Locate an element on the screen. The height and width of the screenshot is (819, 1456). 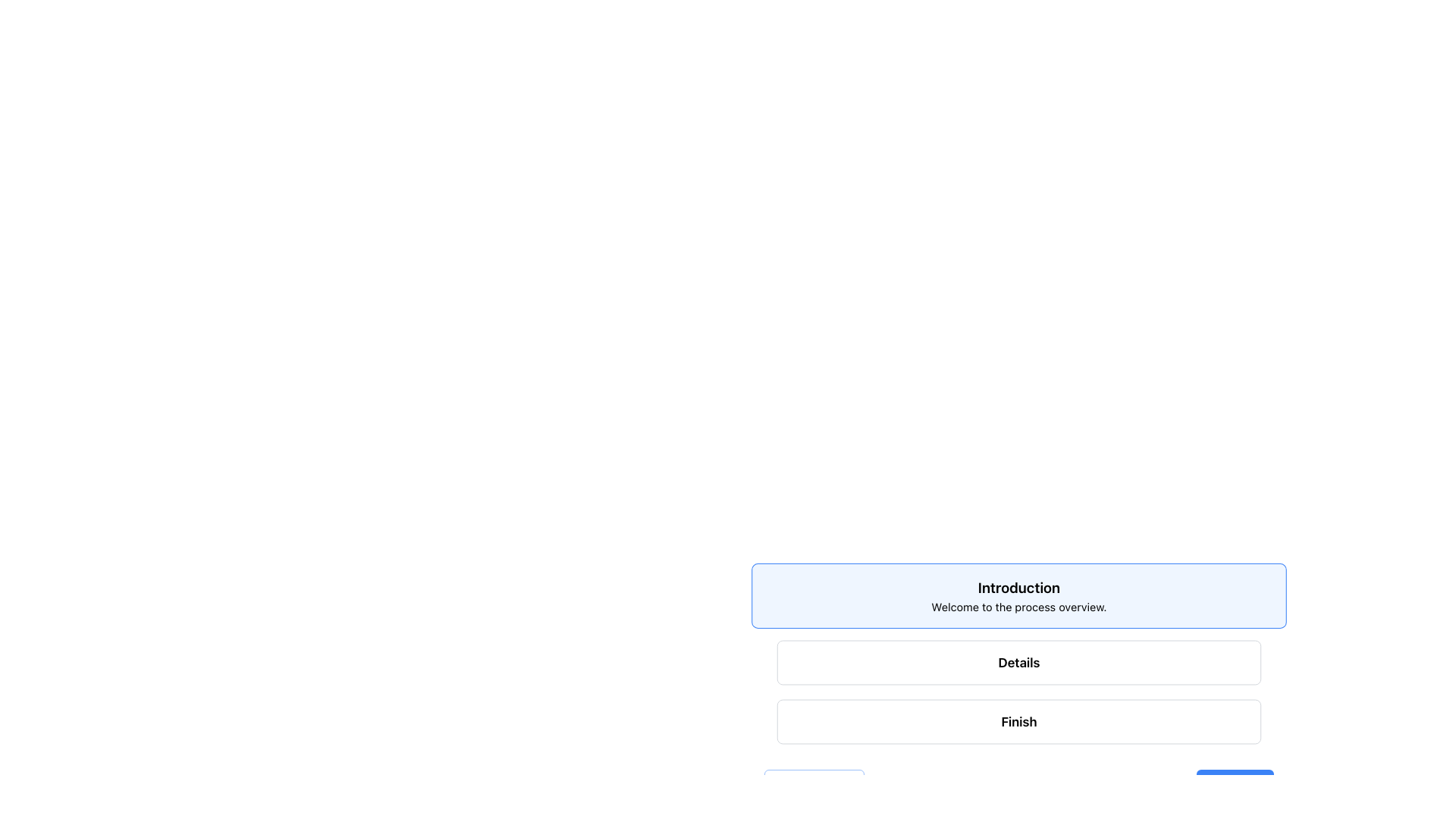
the navigation button located at the bottom left of the interface, which takes the user to the previous step or page is located at coordinates (813, 785).